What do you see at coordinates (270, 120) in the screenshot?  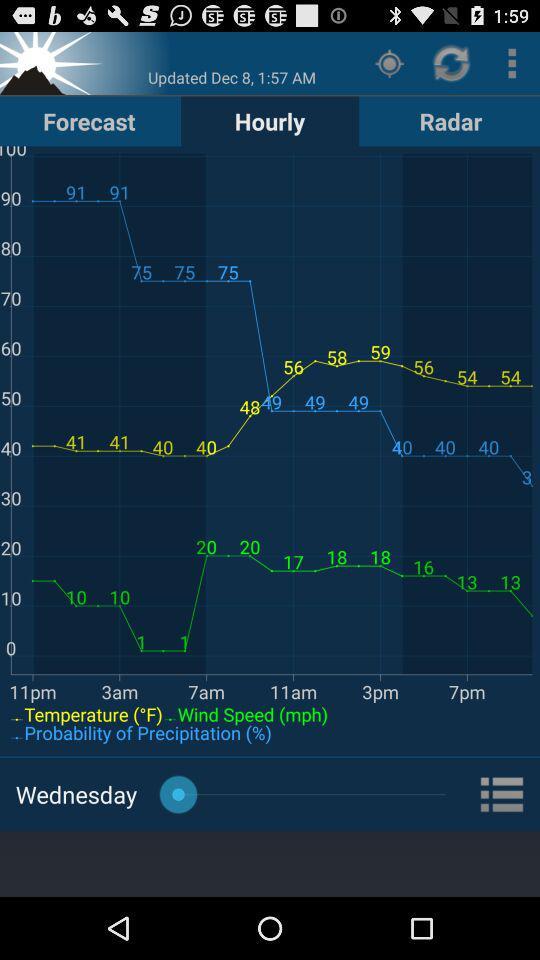 I see `the hourly icon` at bounding box center [270, 120].